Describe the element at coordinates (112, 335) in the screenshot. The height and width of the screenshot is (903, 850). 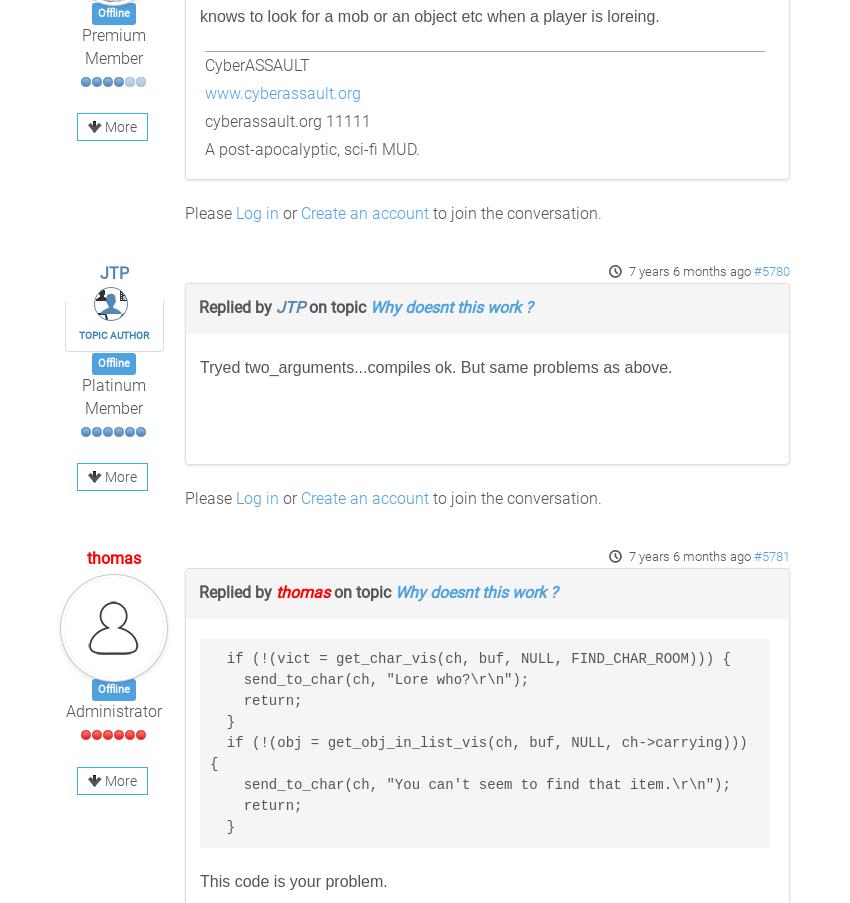
I see `'Topic Author'` at that location.